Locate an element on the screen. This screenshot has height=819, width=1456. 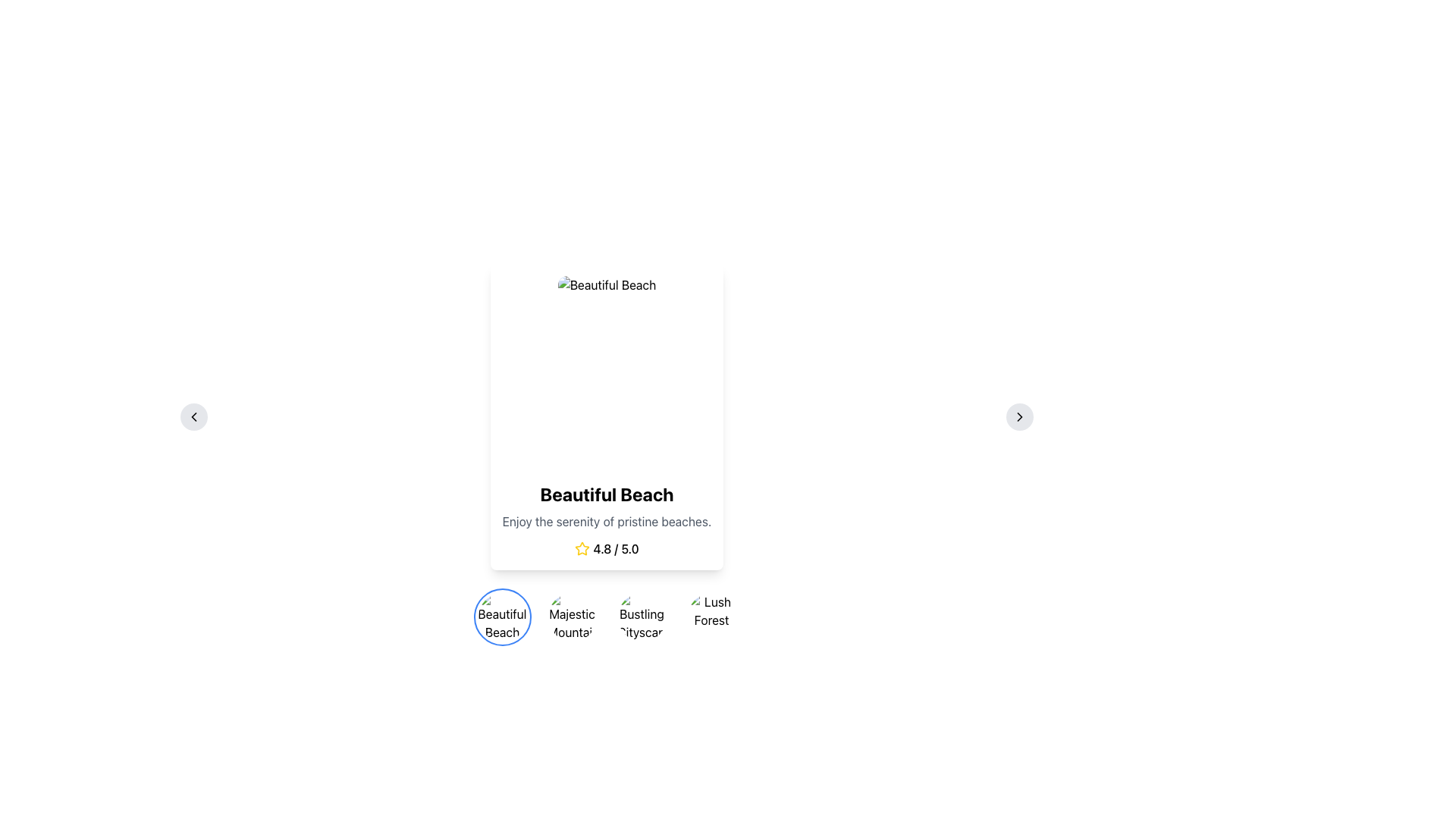
the static text element displaying the rating '4.8 / 5.0' located next to the yellow star icon beneath the title 'Beautiful Beach' is located at coordinates (616, 549).